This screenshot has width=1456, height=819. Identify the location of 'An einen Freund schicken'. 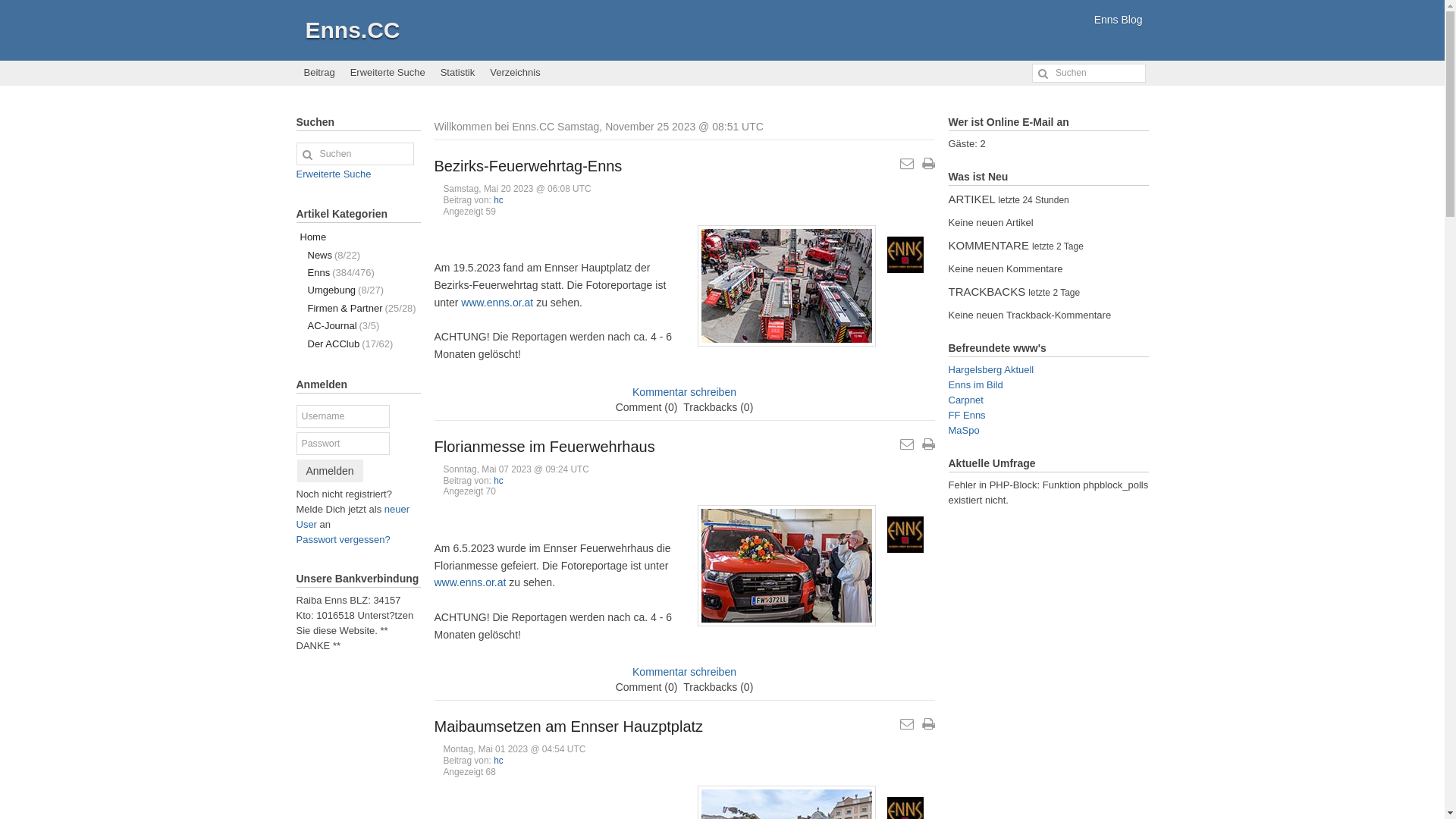
(906, 164).